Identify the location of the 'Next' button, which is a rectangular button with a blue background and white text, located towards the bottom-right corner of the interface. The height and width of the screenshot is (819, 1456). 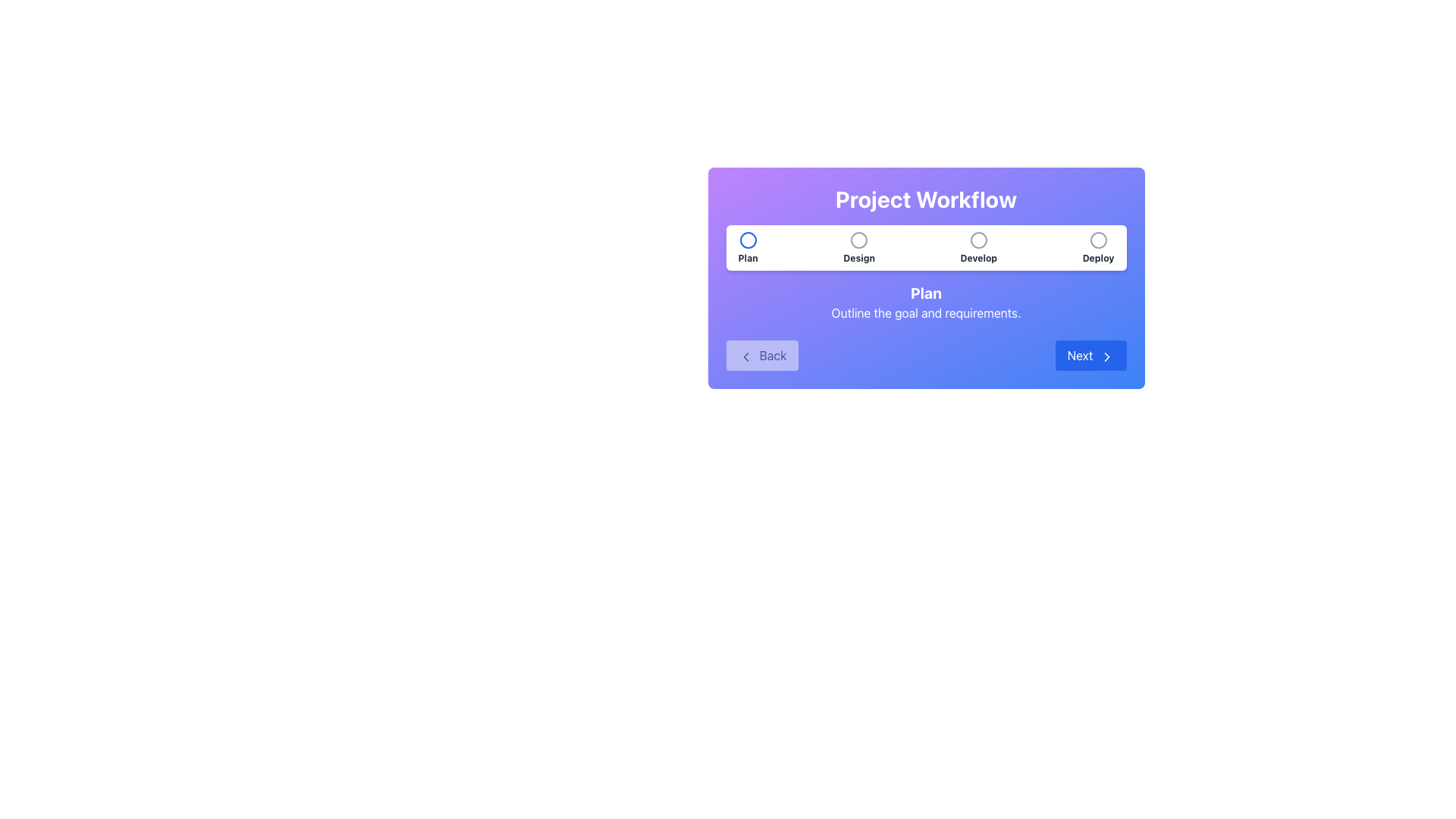
(1090, 356).